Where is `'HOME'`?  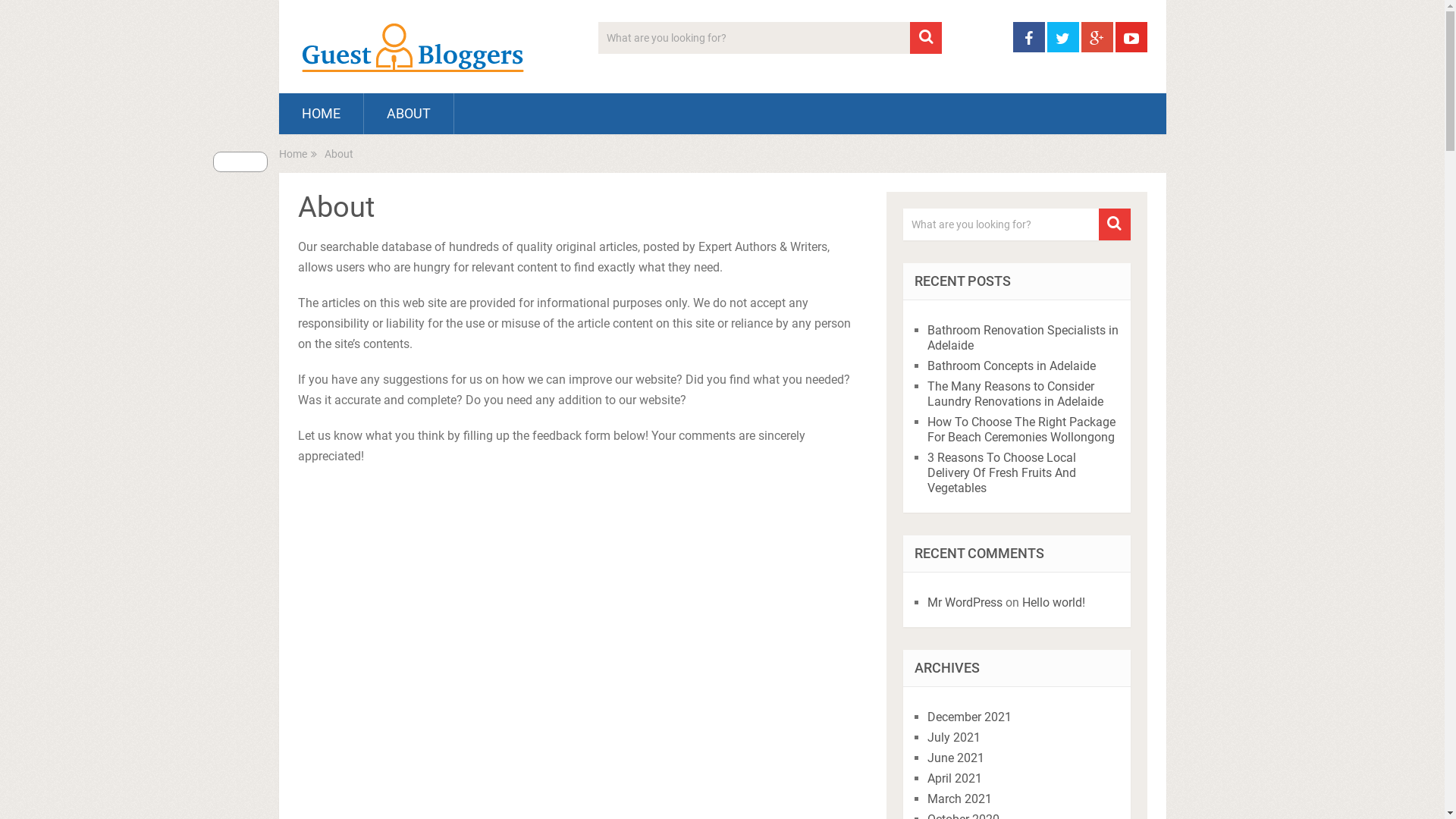
'HOME' is located at coordinates (320, 113).